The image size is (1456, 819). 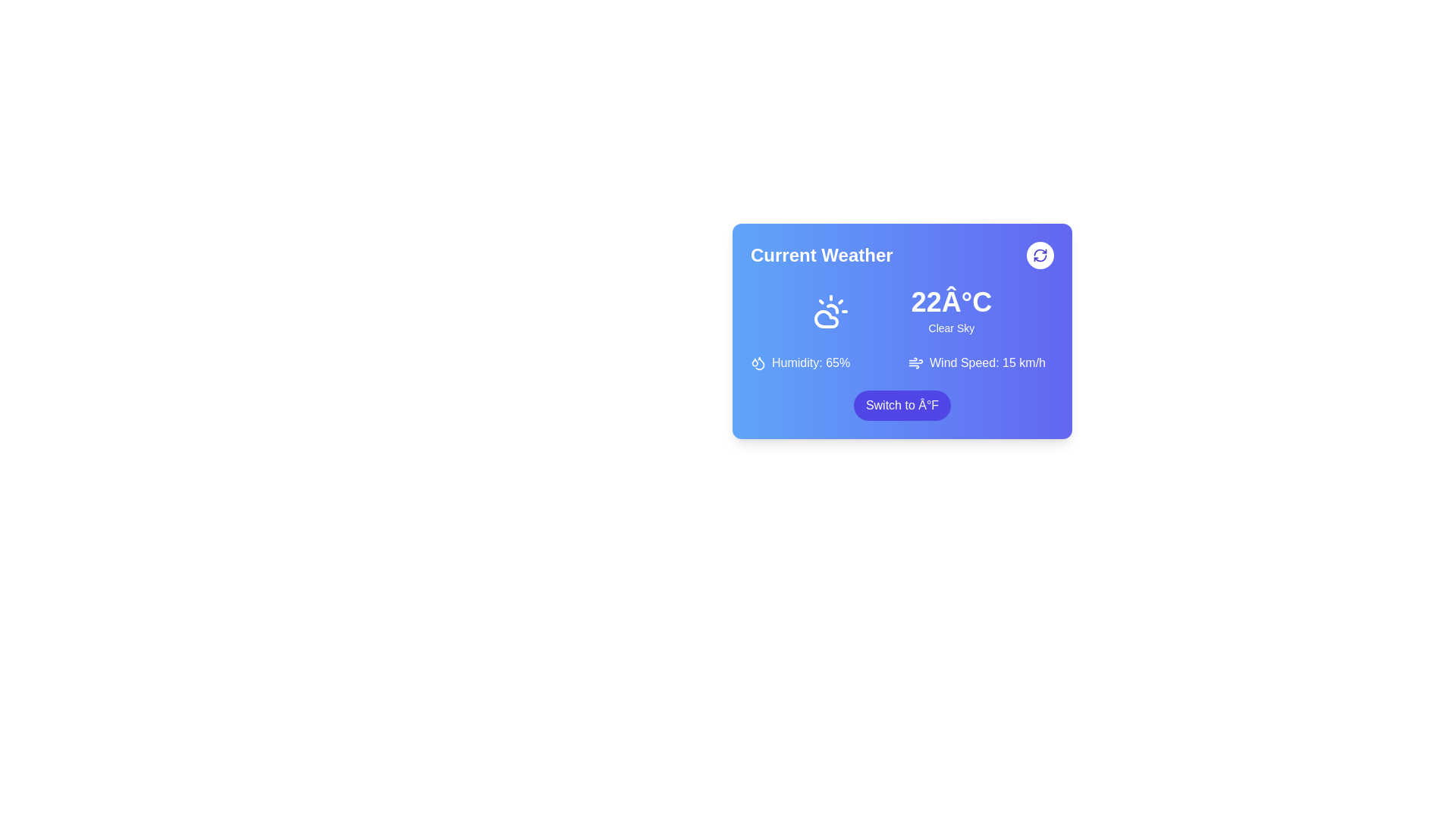 I want to click on the weather icon indicating 'Partly Cloudy with Sun', which is located to the left of the text '22°C' and 'Clear Sky', so click(x=830, y=311).